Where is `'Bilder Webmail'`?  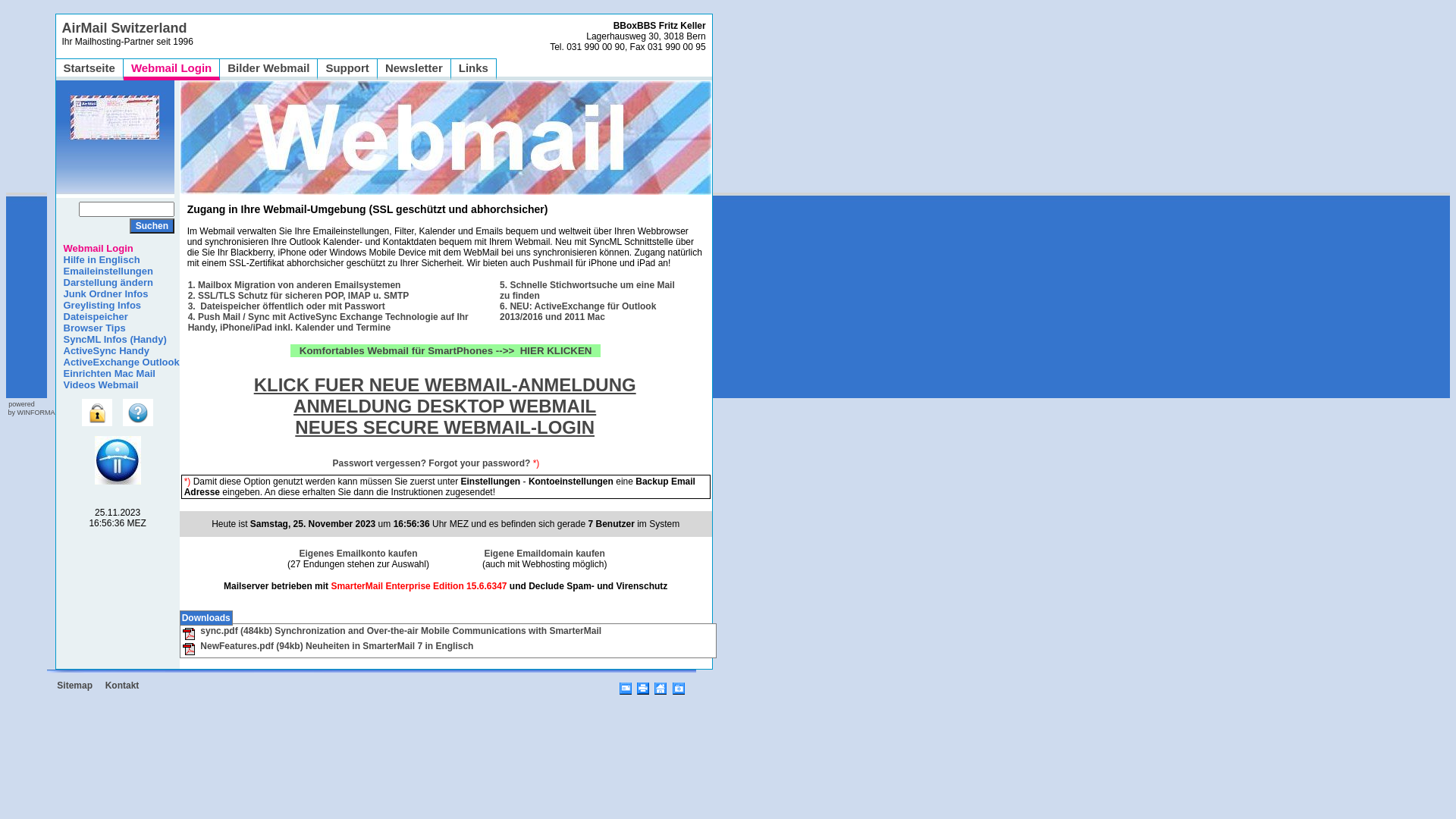 'Bilder Webmail' is located at coordinates (268, 67).